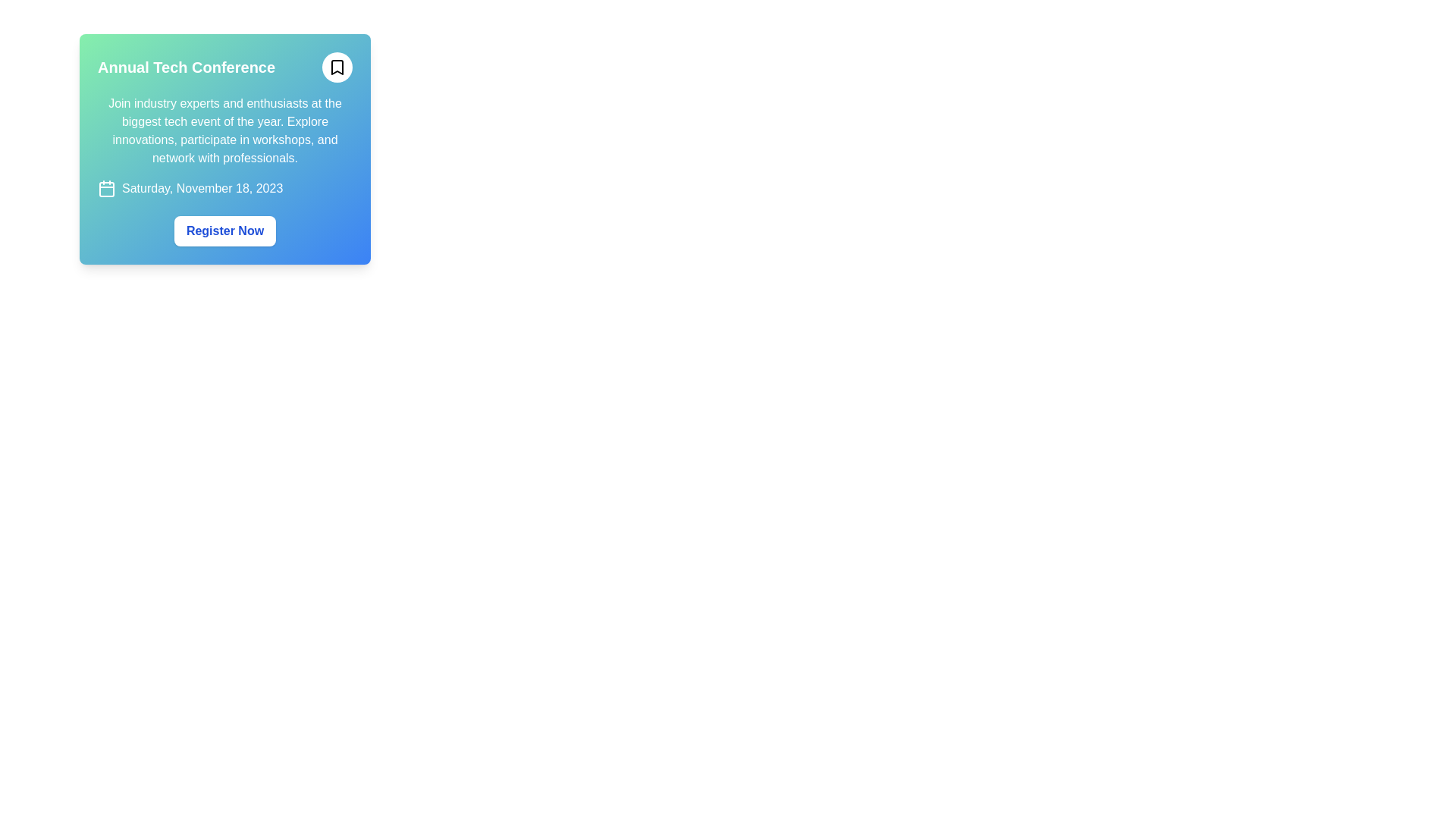  What do you see at coordinates (224, 231) in the screenshot?
I see `the 'Register Now' button with a white background and blue text, located within the 'Annual Tech Conference' card` at bounding box center [224, 231].